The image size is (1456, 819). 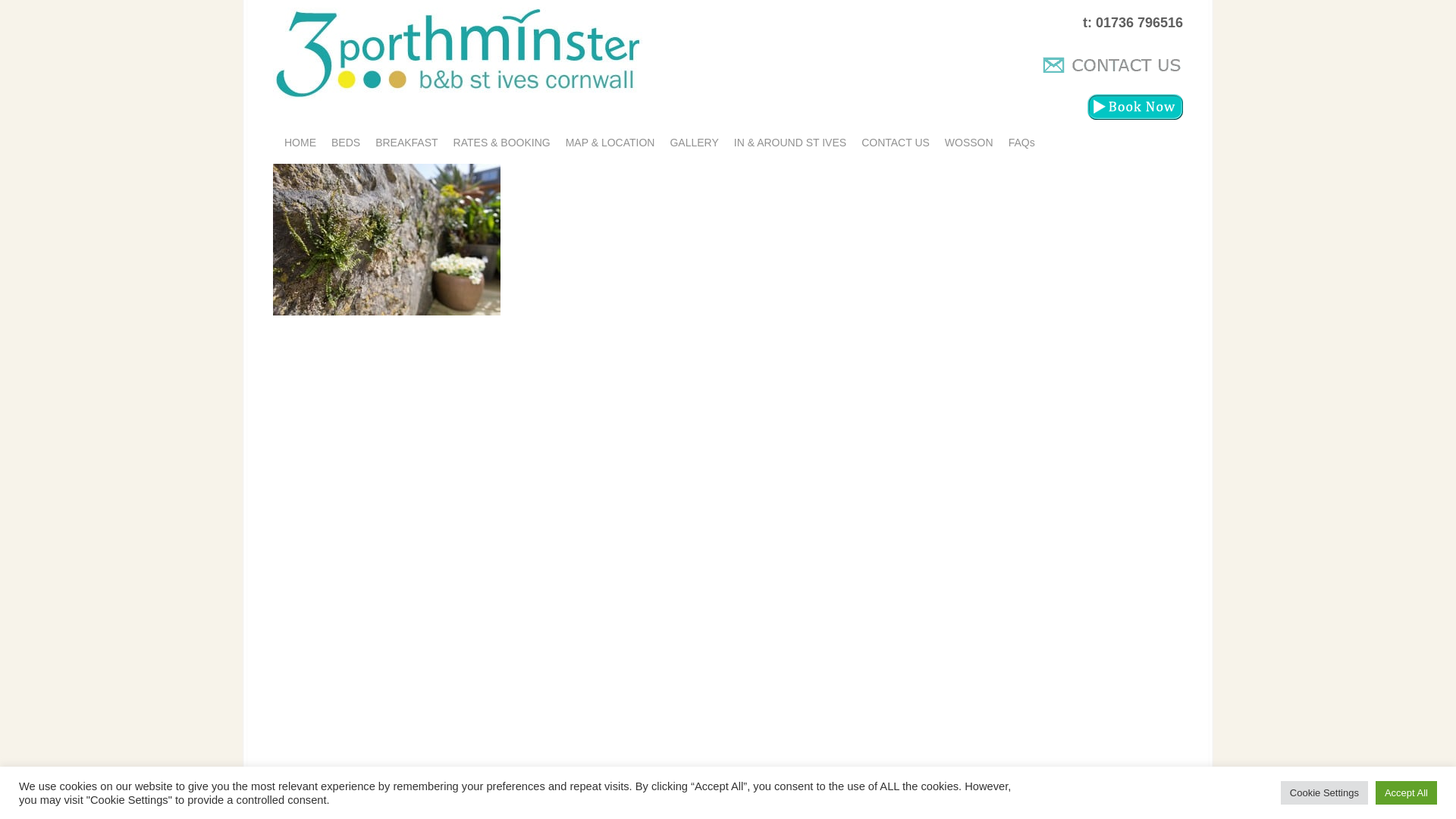 I want to click on 'WOSSON', so click(x=937, y=143).